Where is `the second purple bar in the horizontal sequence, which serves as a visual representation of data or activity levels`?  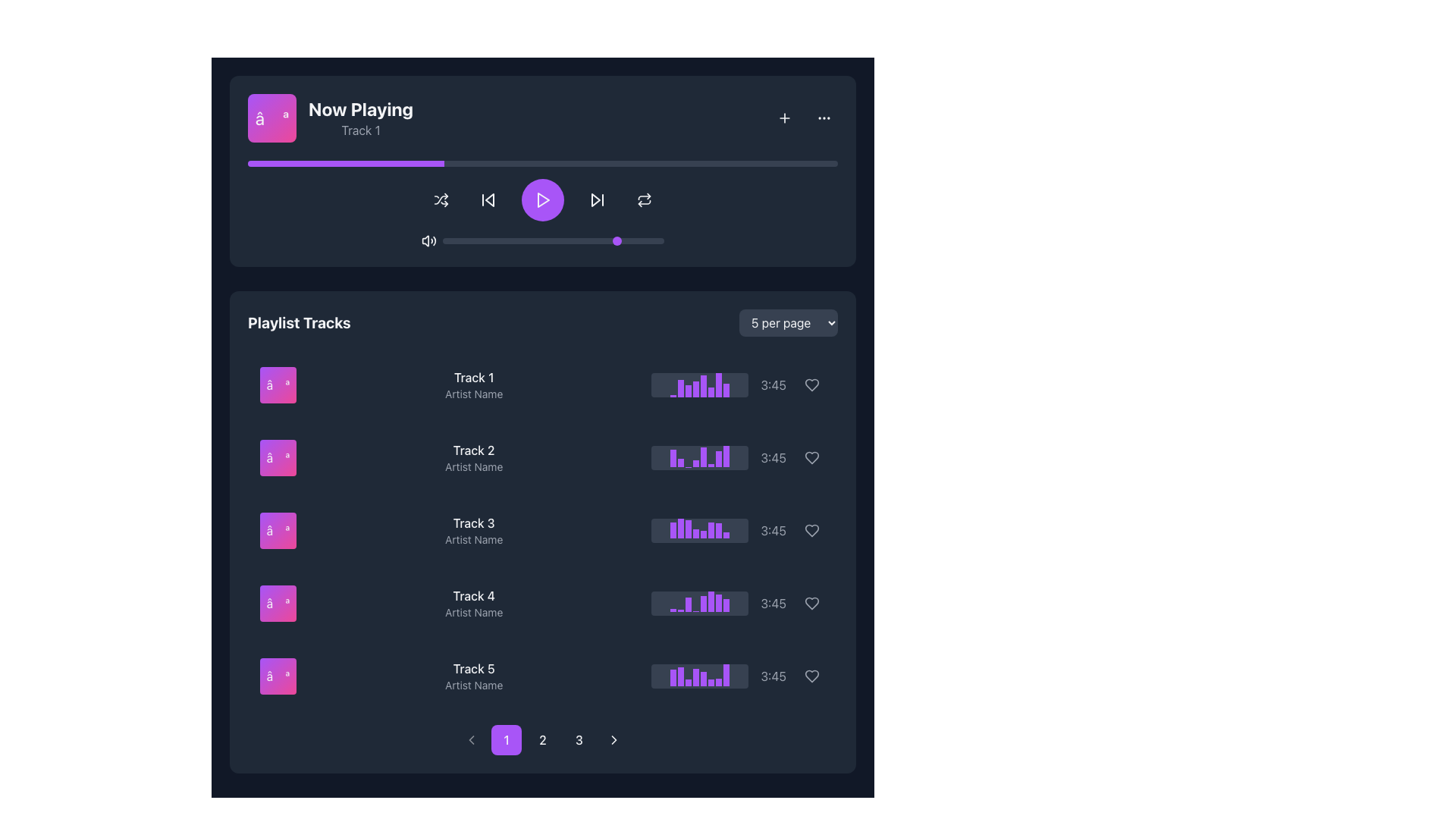 the second purple bar in the horizontal sequence, which serves as a visual representation of data or activity levels is located at coordinates (680, 528).